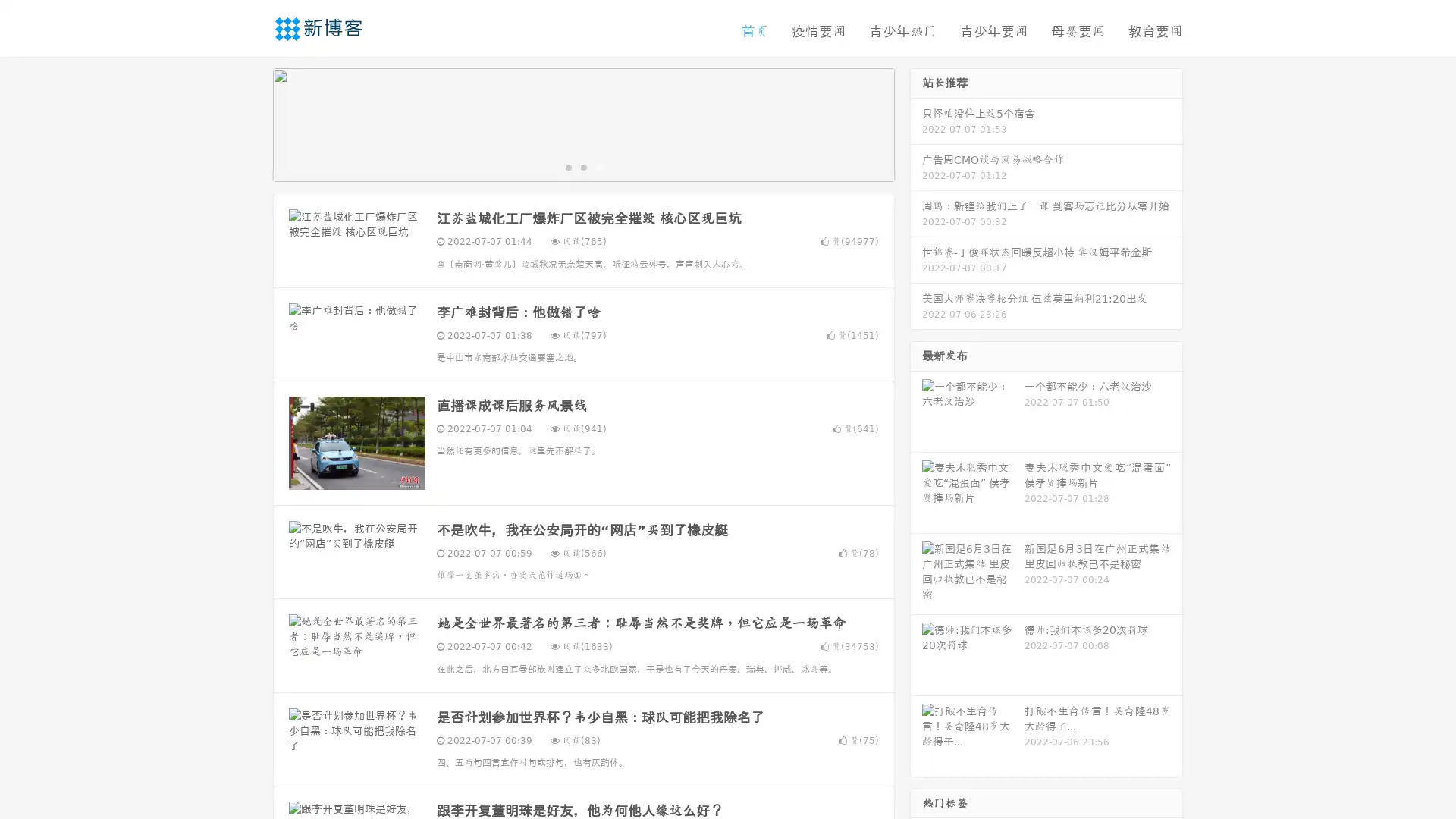  I want to click on Next slide, so click(916, 127).